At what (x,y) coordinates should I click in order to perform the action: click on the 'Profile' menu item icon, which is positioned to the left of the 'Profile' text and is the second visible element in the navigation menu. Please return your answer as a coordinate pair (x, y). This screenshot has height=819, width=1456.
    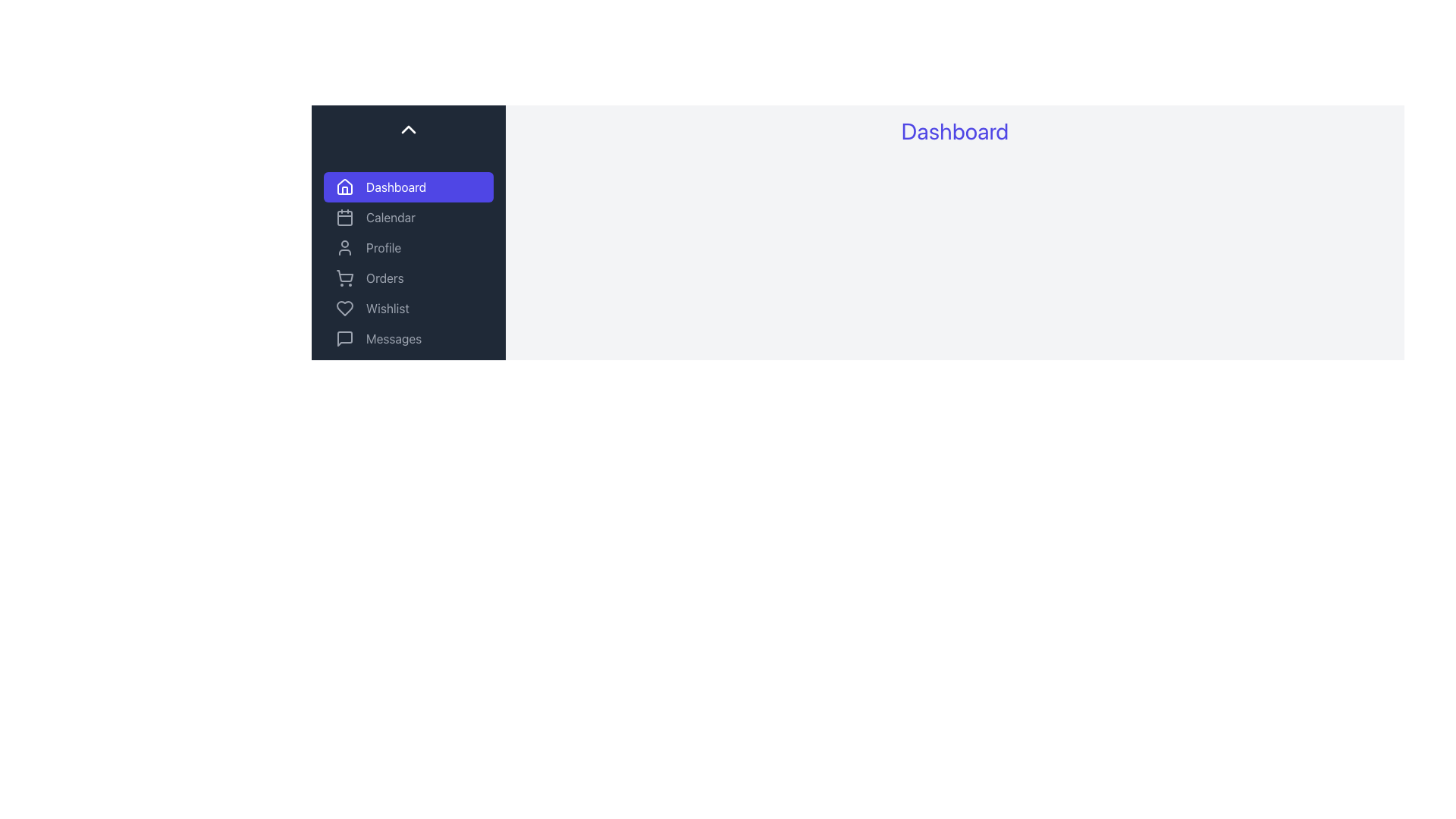
    Looking at the image, I should click on (344, 247).